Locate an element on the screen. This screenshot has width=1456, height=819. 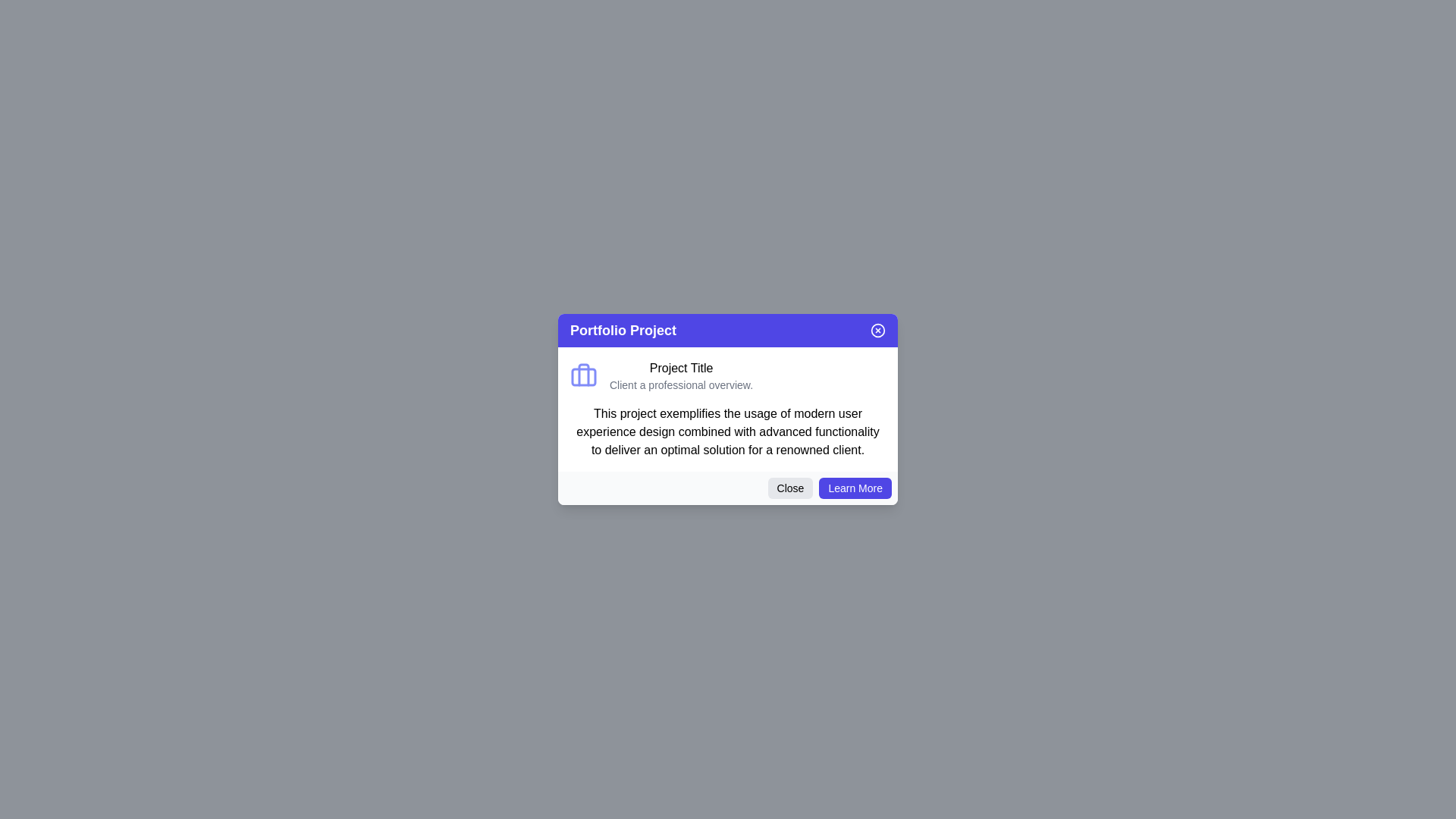
the small circular close icon located on the right side of the blue header titled 'Portfolio Project' is located at coordinates (877, 329).